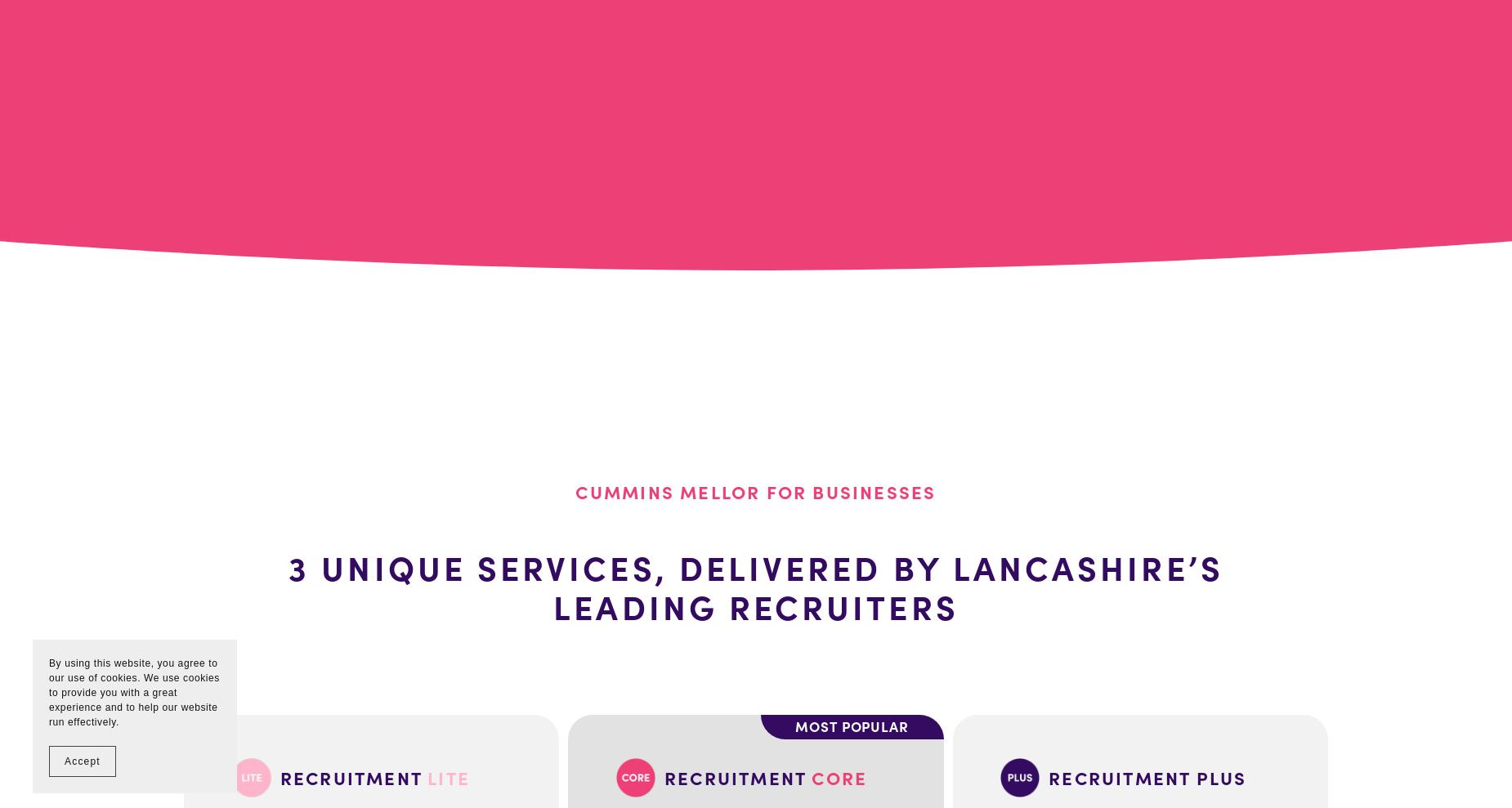 The height and width of the screenshot is (808, 1512). What do you see at coordinates (1221, 777) in the screenshot?
I see `'Plus'` at bounding box center [1221, 777].